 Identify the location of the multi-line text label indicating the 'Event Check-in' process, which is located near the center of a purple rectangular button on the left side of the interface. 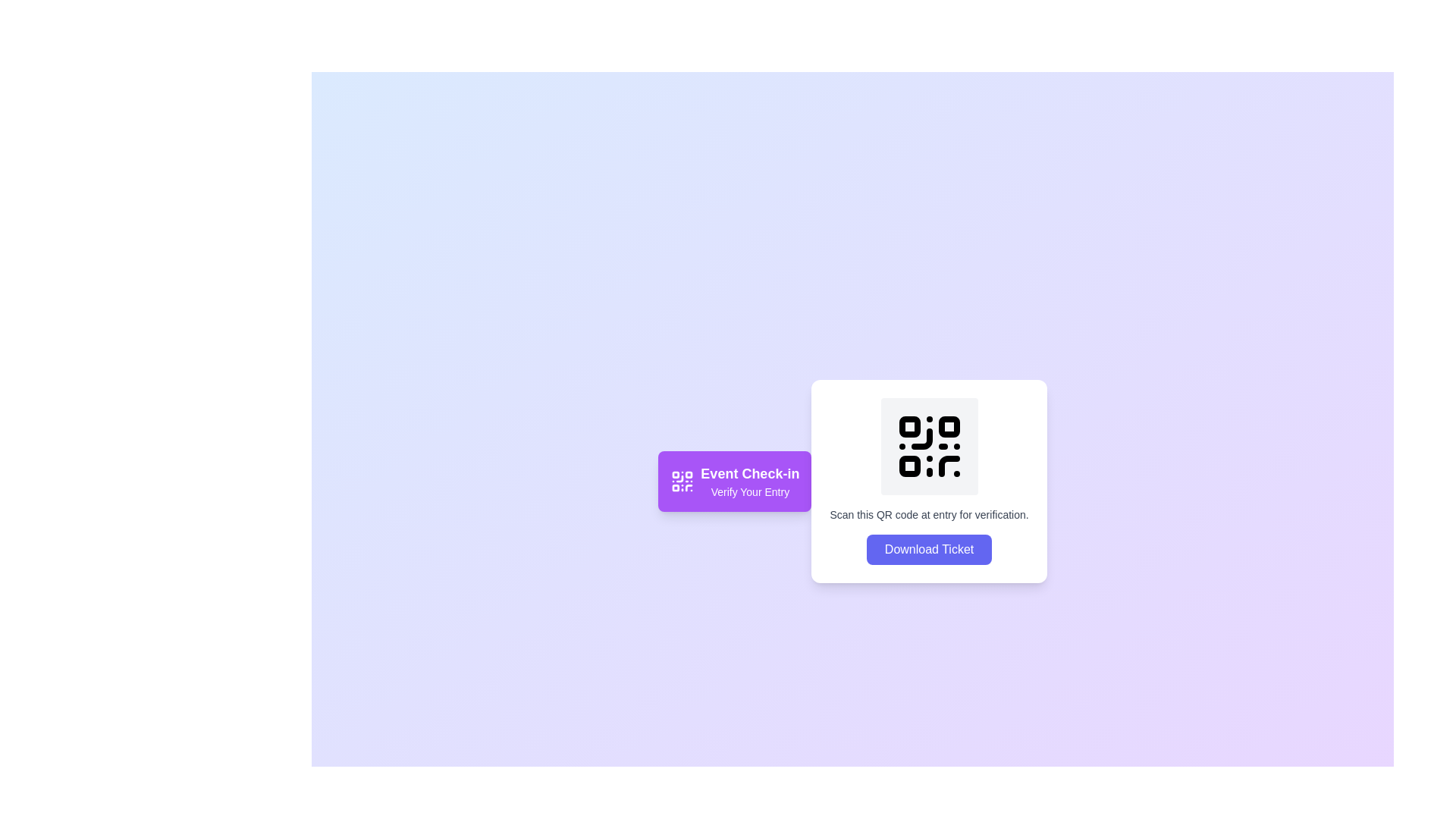
(750, 482).